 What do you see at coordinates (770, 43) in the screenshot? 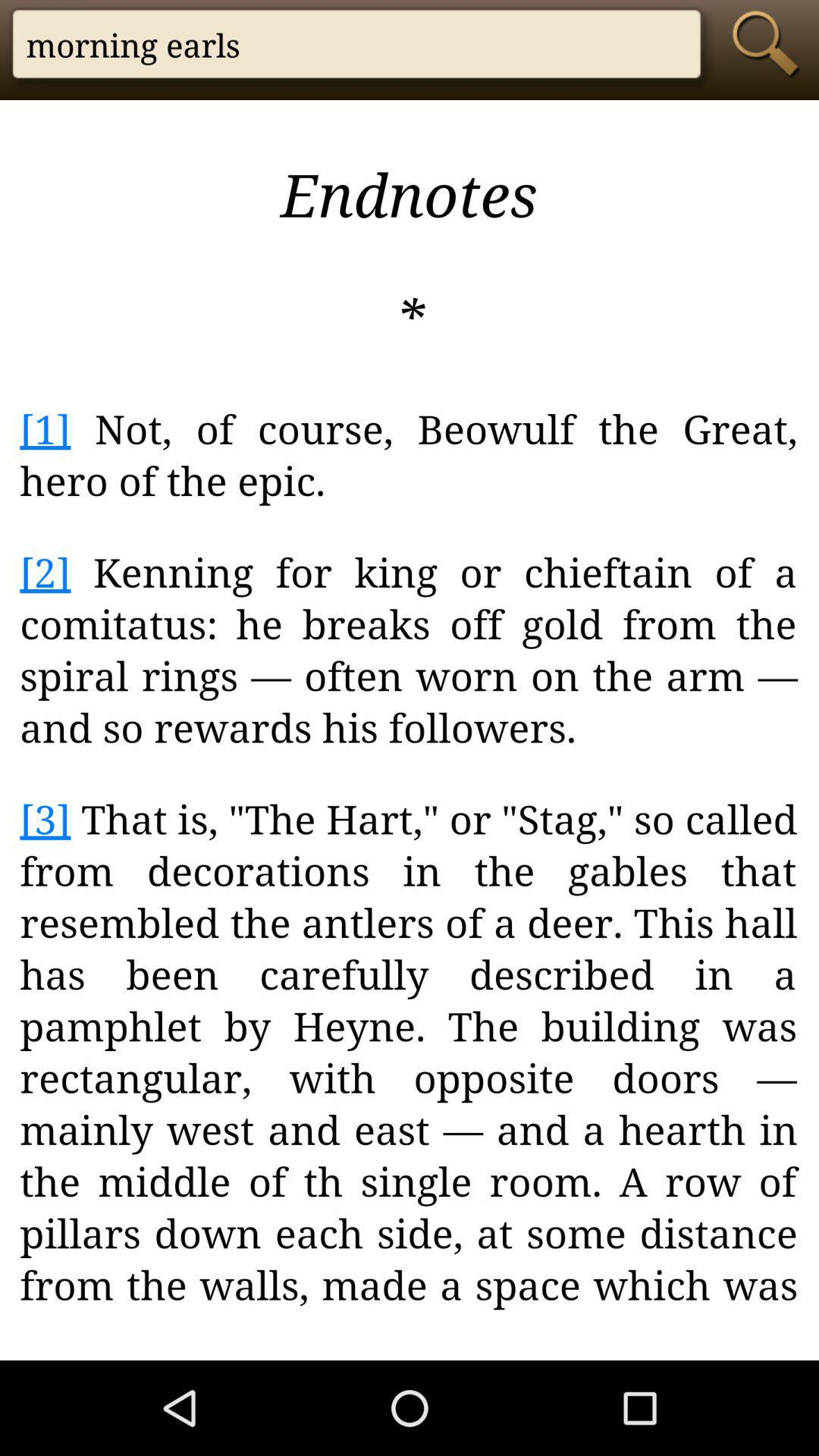
I see `search` at bounding box center [770, 43].